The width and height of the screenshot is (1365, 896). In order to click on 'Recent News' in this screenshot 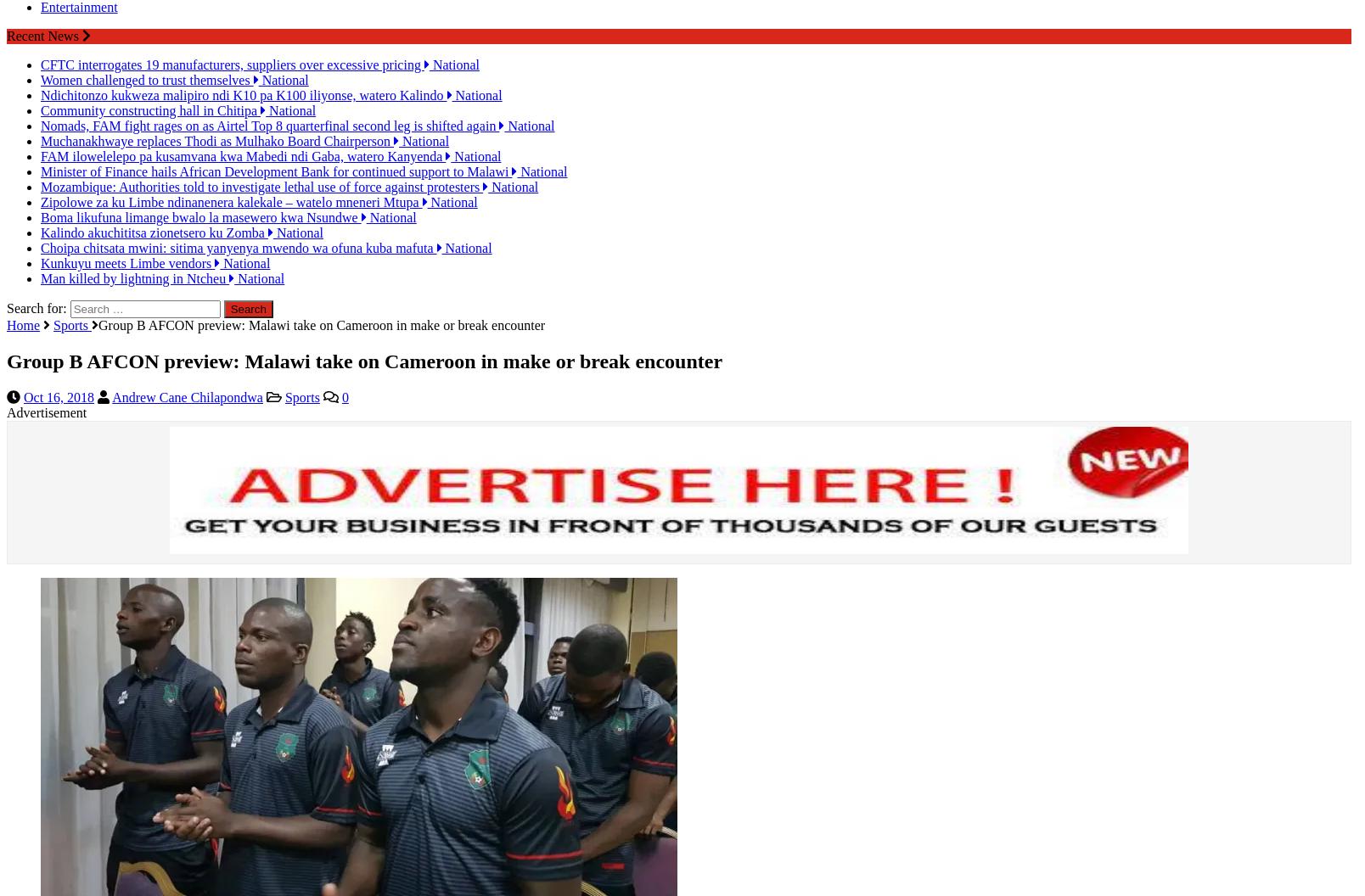, I will do `click(6, 36)`.